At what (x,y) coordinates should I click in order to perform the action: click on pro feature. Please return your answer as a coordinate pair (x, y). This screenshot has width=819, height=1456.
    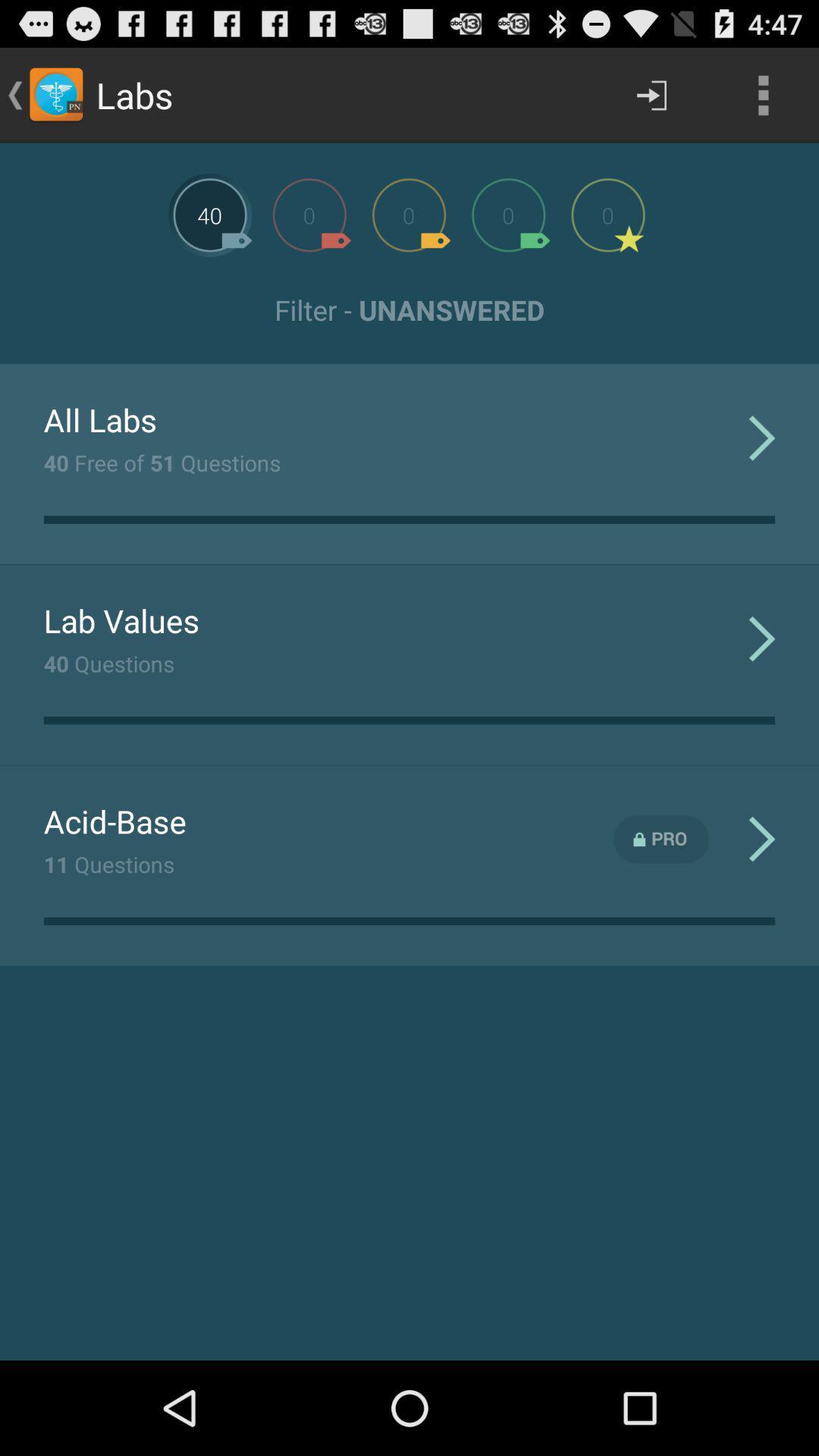
    Looking at the image, I should click on (661, 839).